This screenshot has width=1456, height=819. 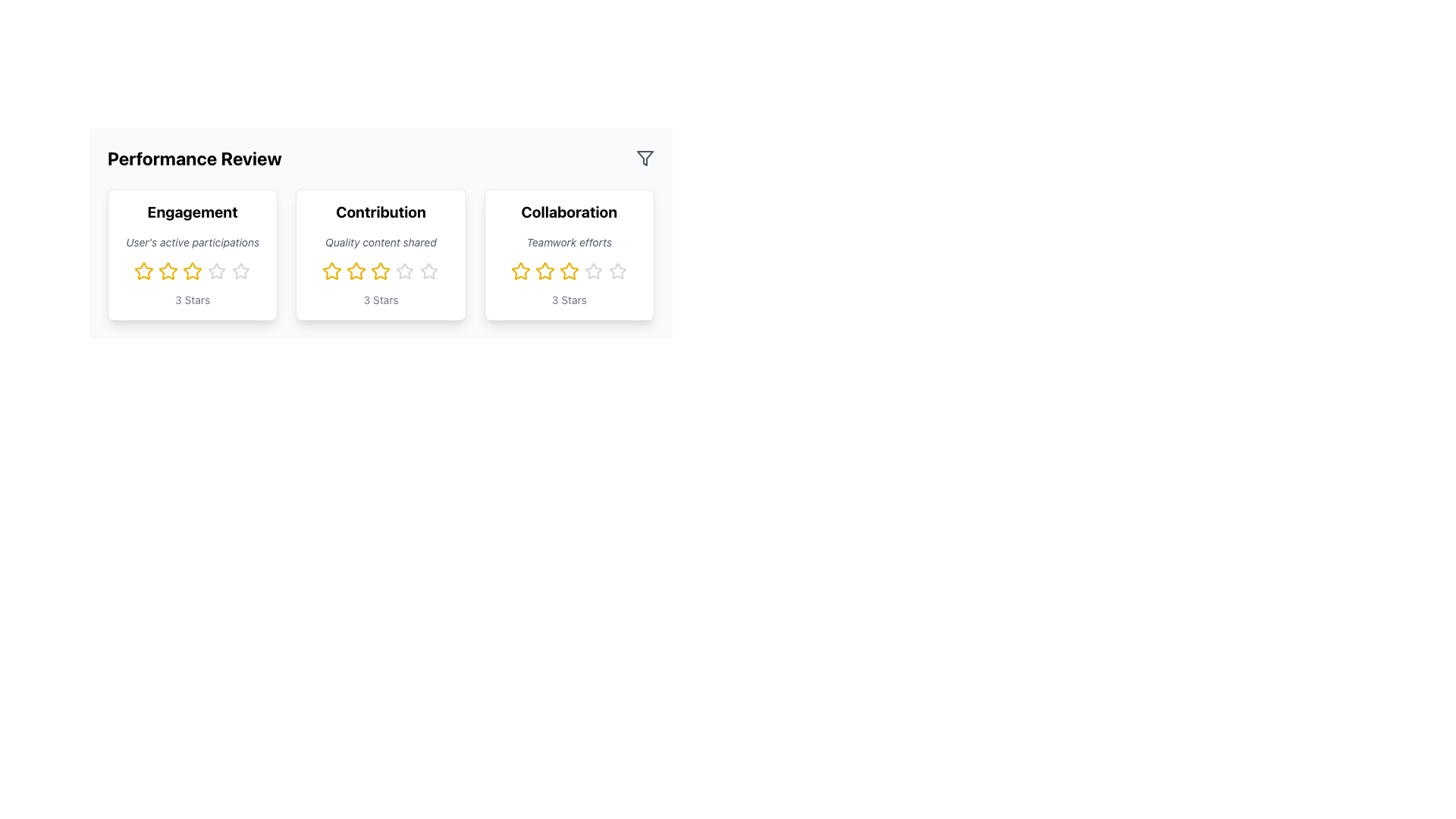 What do you see at coordinates (168, 270) in the screenshot?
I see `the second yellow hollow star icon in the rating system under the 'Engagement' card` at bounding box center [168, 270].